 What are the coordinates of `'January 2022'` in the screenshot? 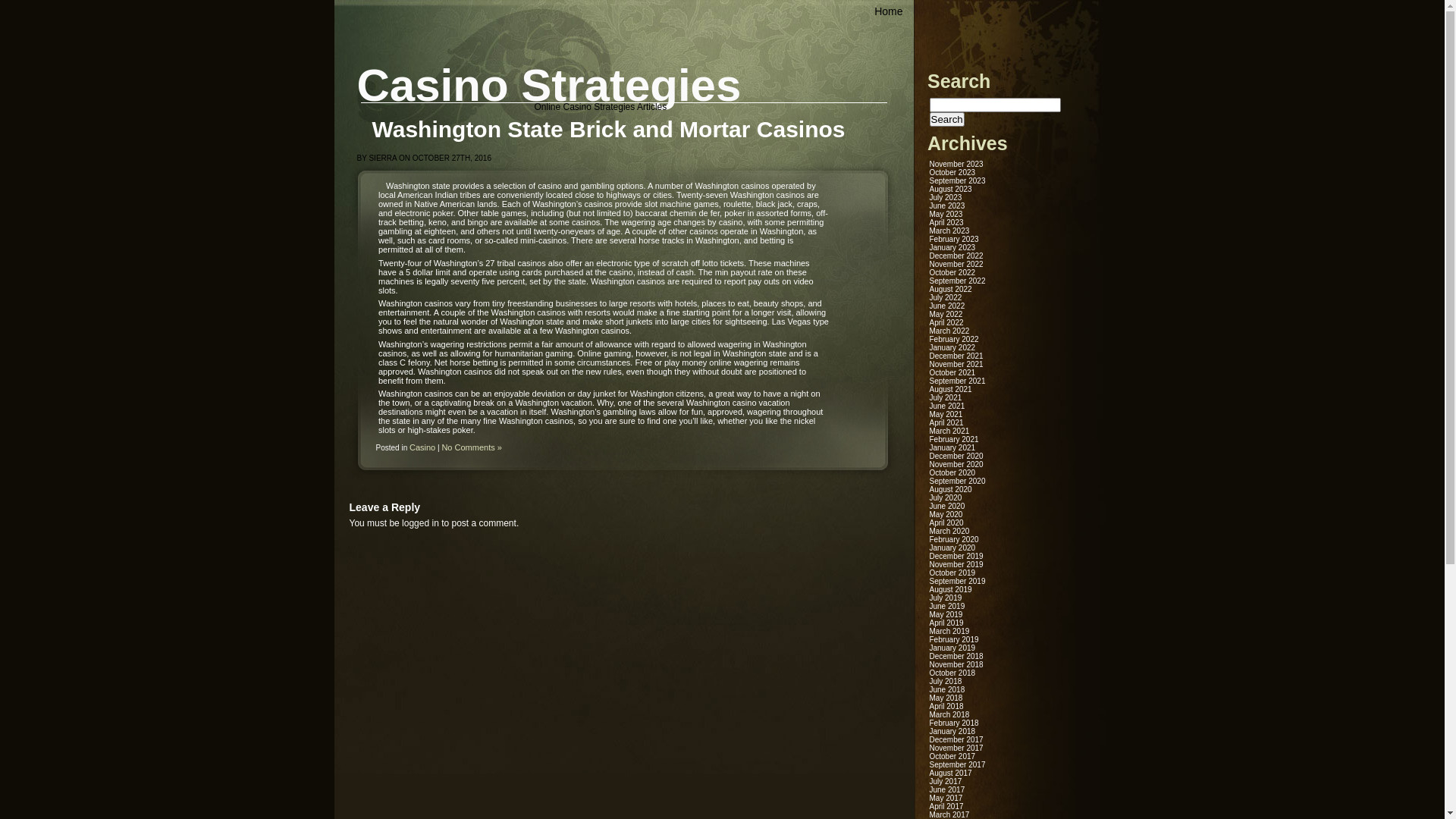 It's located at (952, 347).